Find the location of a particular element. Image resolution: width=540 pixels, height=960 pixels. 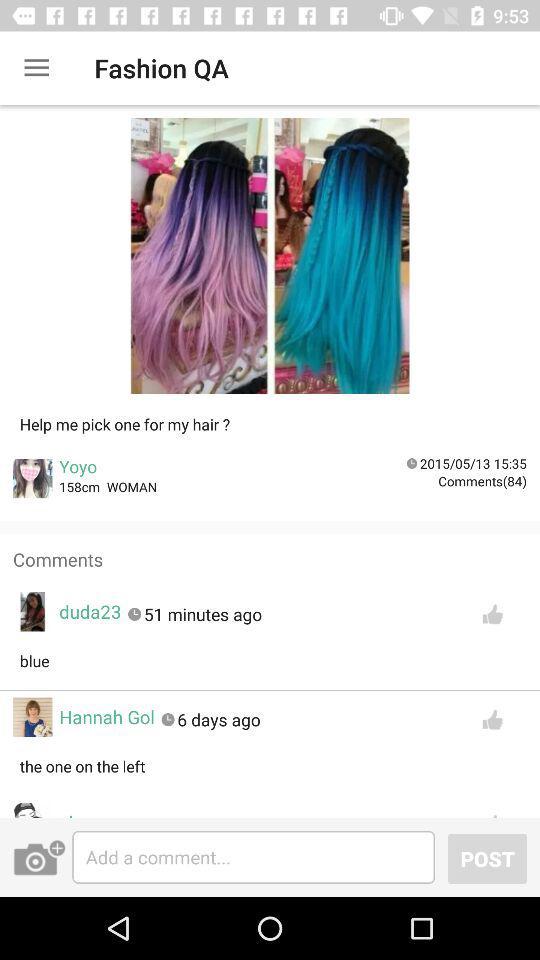

click like option is located at coordinates (491, 613).